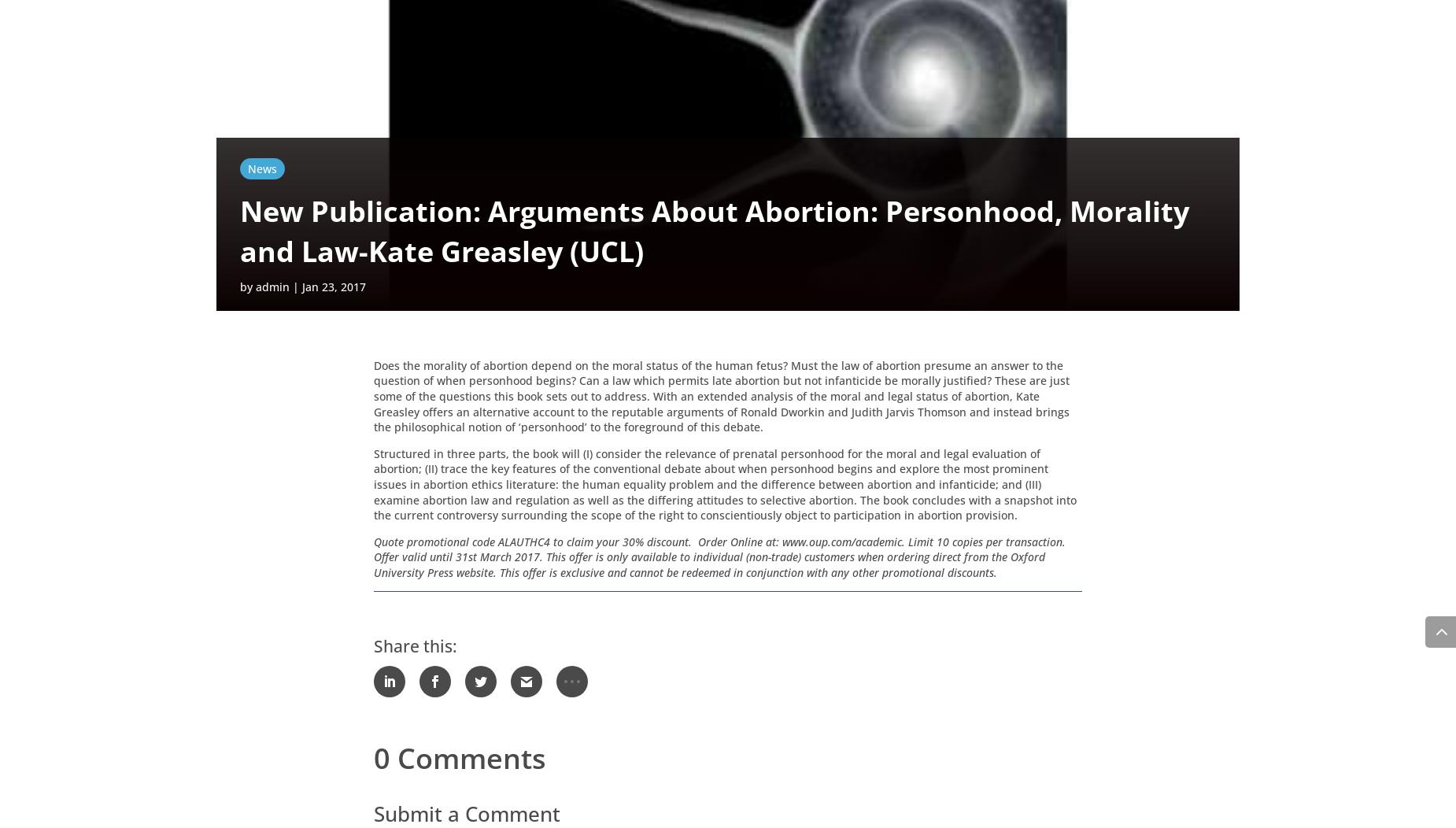 The height and width of the screenshot is (828, 1456). What do you see at coordinates (333, 289) in the screenshot?
I see `'Jan 23, 2017'` at bounding box center [333, 289].